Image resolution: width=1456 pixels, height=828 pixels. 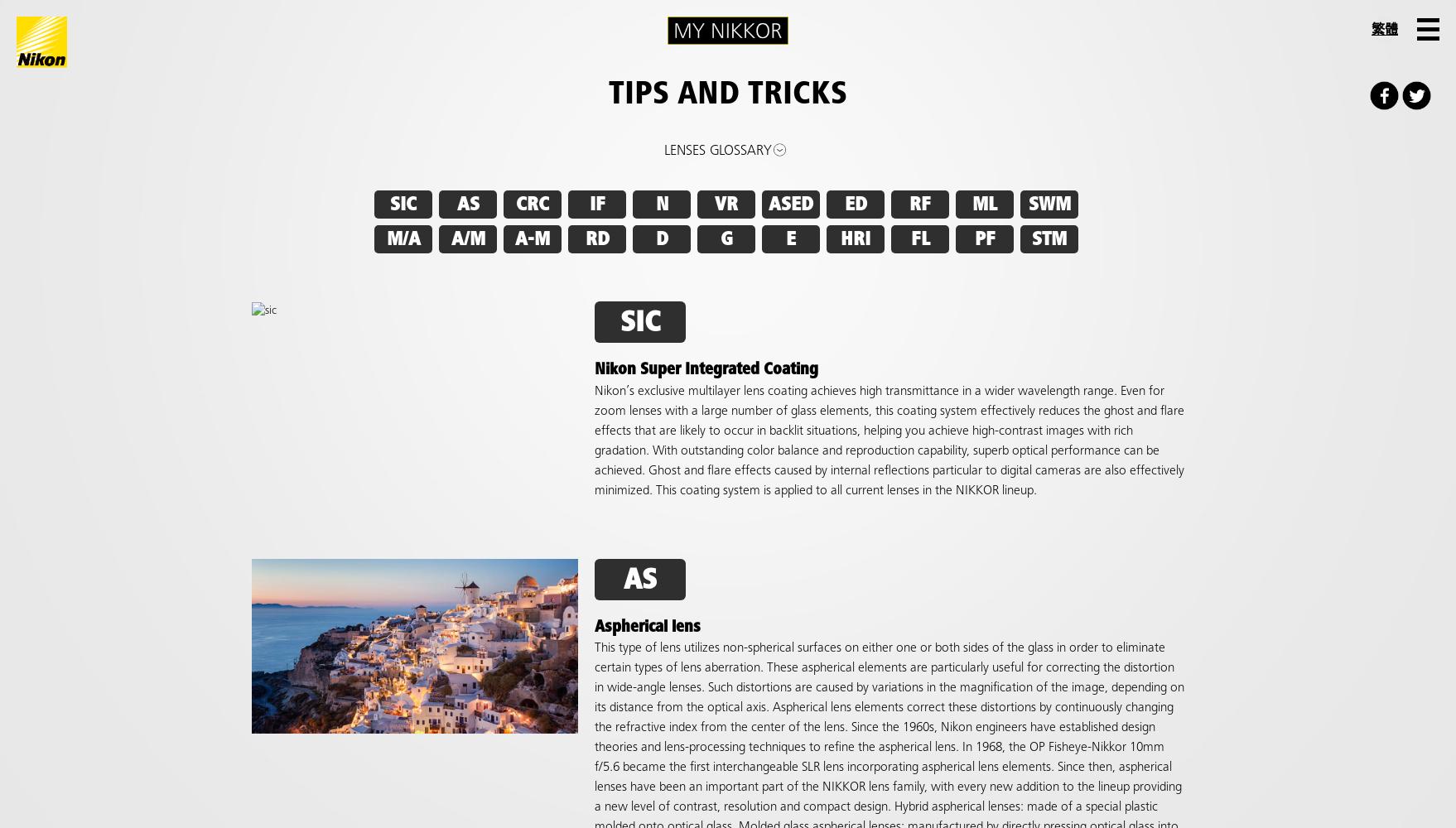 What do you see at coordinates (718, 239) in the screenshot?
I see `'G'` at bounding box center [718, 239].